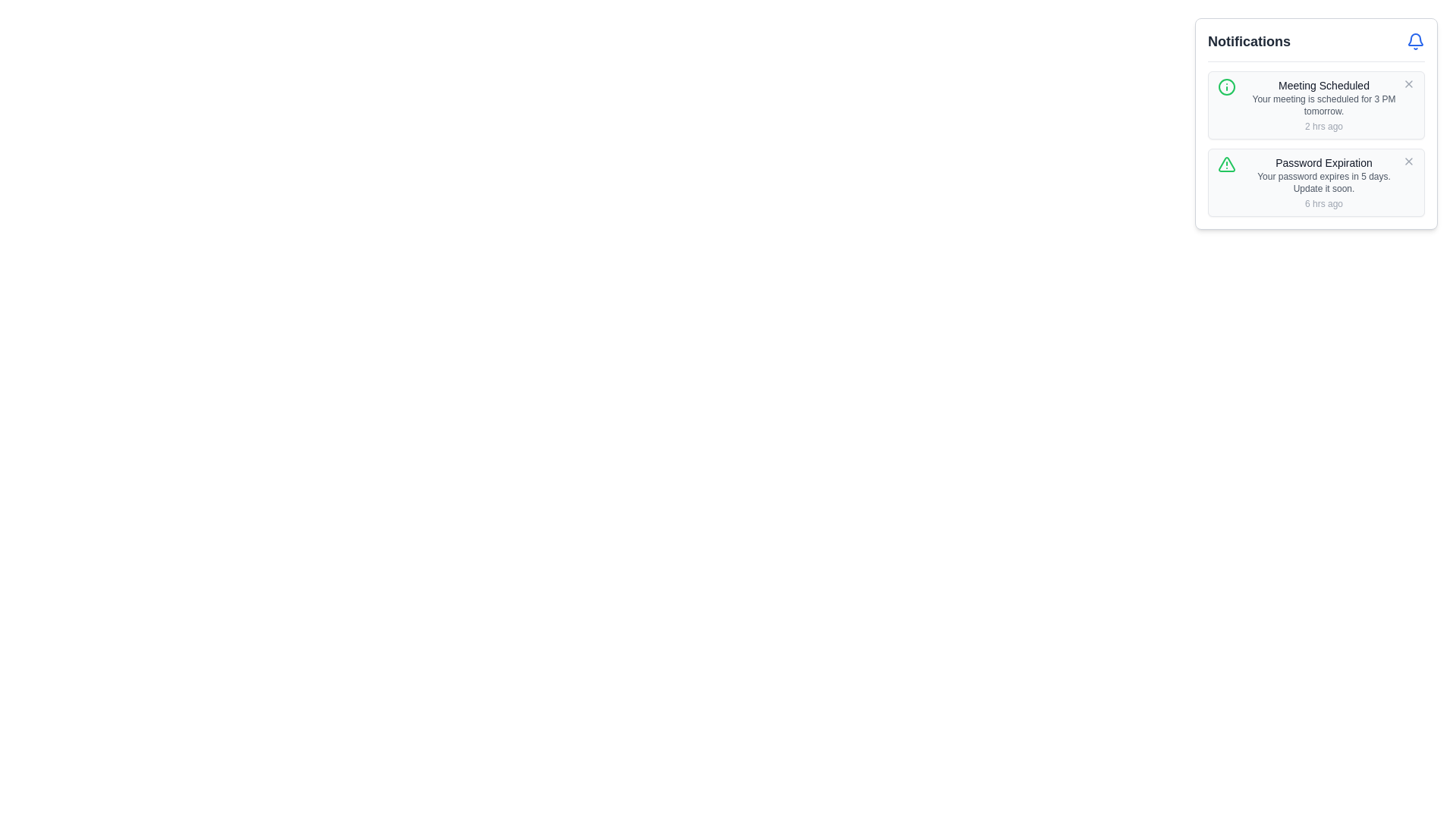 The height and width of the screenshot is (819, 1456). I want to click on the timestamp text located in the bottom right corner of the 'Password Expiration' notification card, so click(1323, 203).